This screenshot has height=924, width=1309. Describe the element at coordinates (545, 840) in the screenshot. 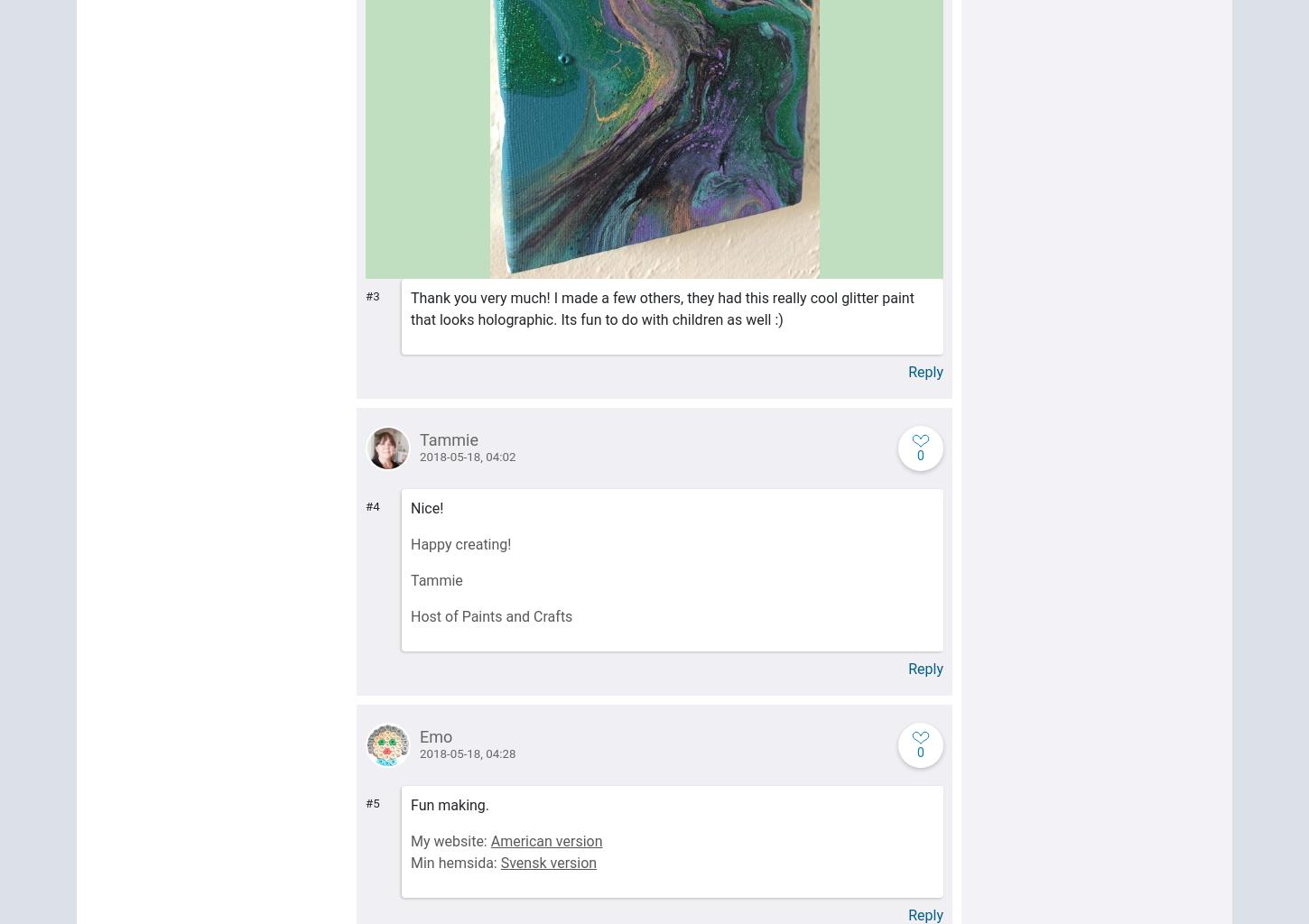

I see `'American version'` at that location.